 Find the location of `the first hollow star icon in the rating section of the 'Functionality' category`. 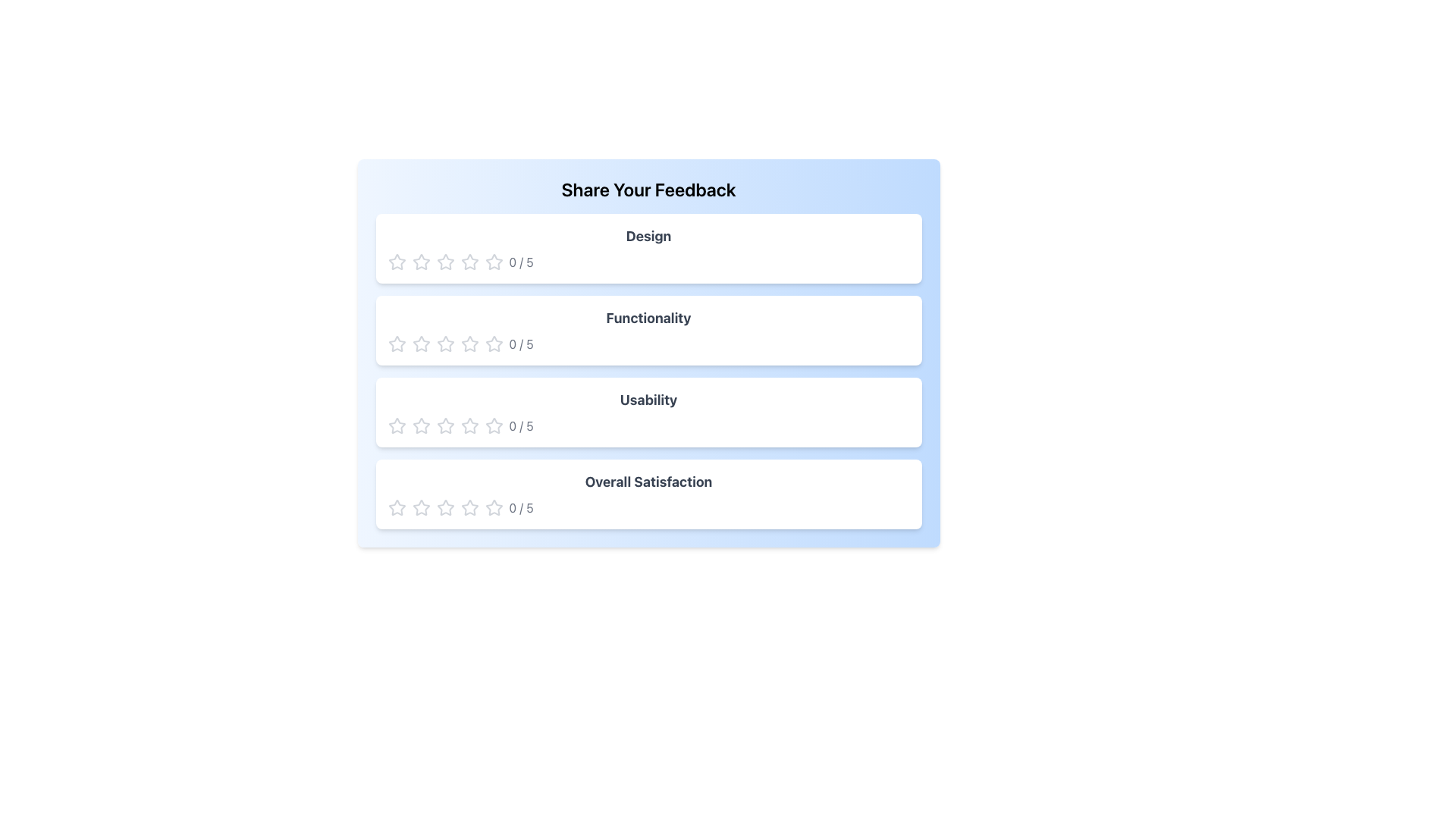

the first hollow star icon in the rating section of the 'Functionality' category is located at coordinates (397, 344).